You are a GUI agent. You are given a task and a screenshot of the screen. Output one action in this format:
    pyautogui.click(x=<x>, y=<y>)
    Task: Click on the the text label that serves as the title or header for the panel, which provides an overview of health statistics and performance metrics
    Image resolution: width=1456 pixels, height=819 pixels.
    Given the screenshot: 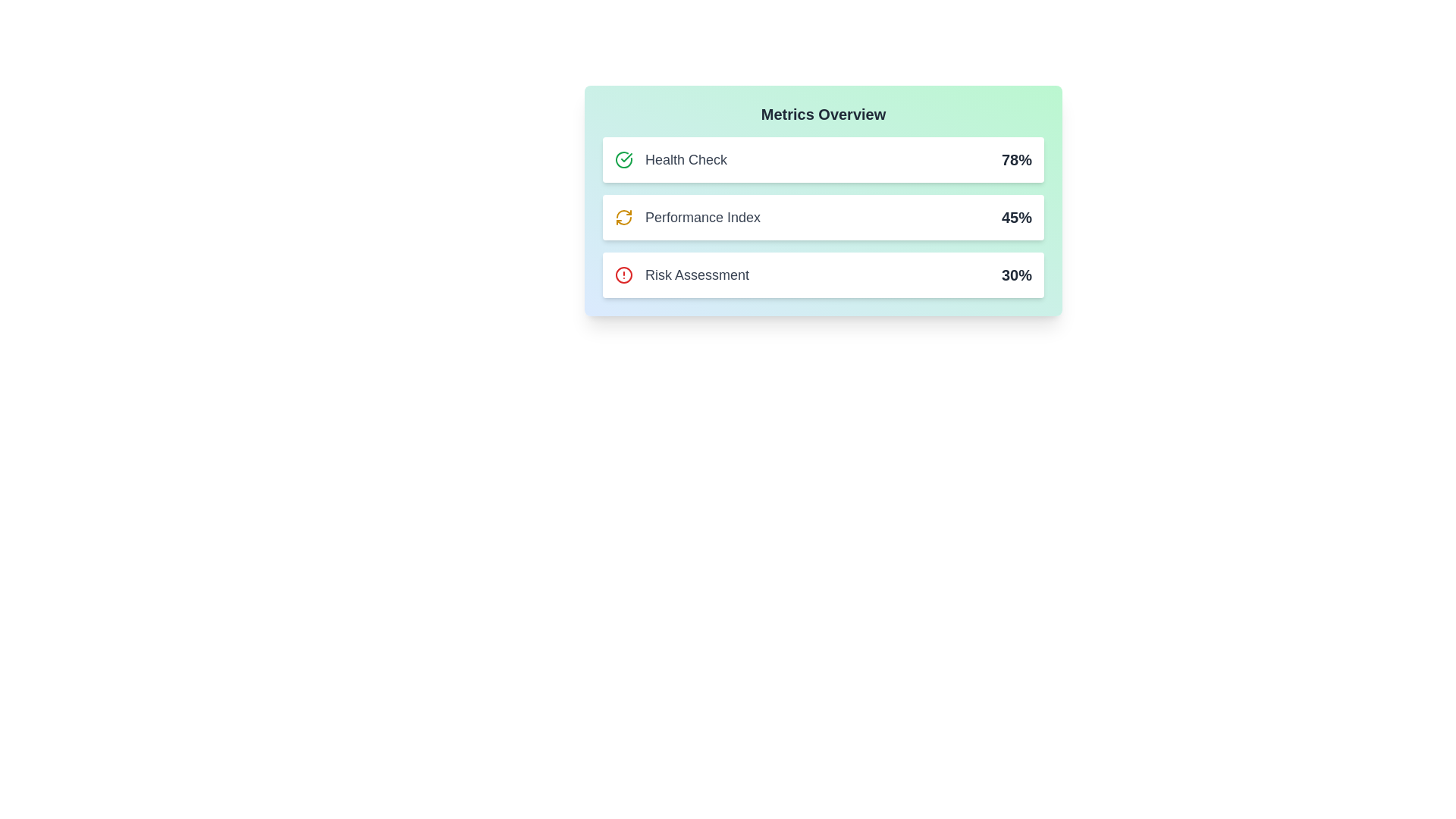 What is the action you would take?
    pyautogui.click(x=822, y=113)
    